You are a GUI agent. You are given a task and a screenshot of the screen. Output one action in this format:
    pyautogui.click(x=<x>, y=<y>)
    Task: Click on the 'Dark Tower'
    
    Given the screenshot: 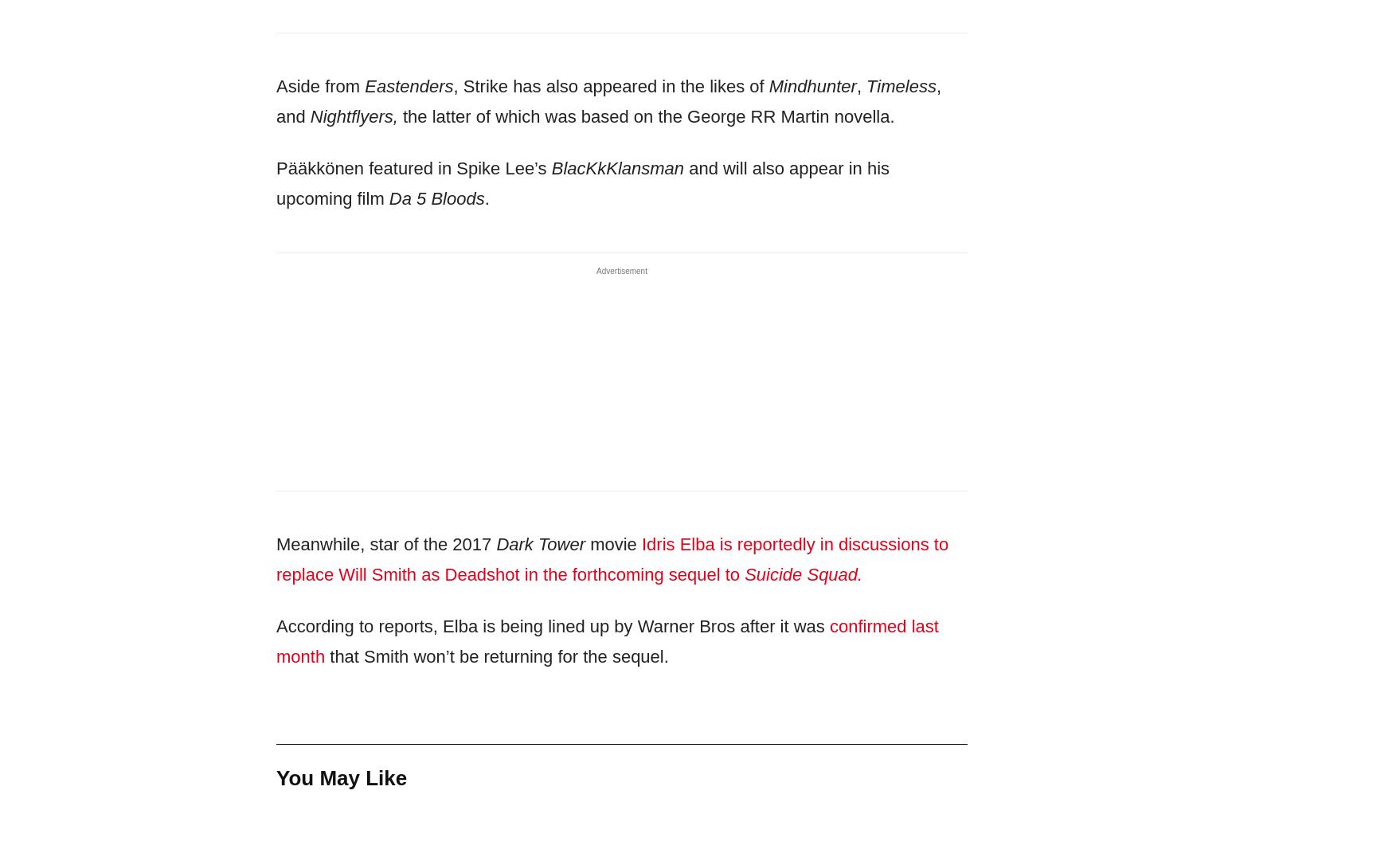 What is the action you would take?
    pyautogui.click(x=540, y=544)
    